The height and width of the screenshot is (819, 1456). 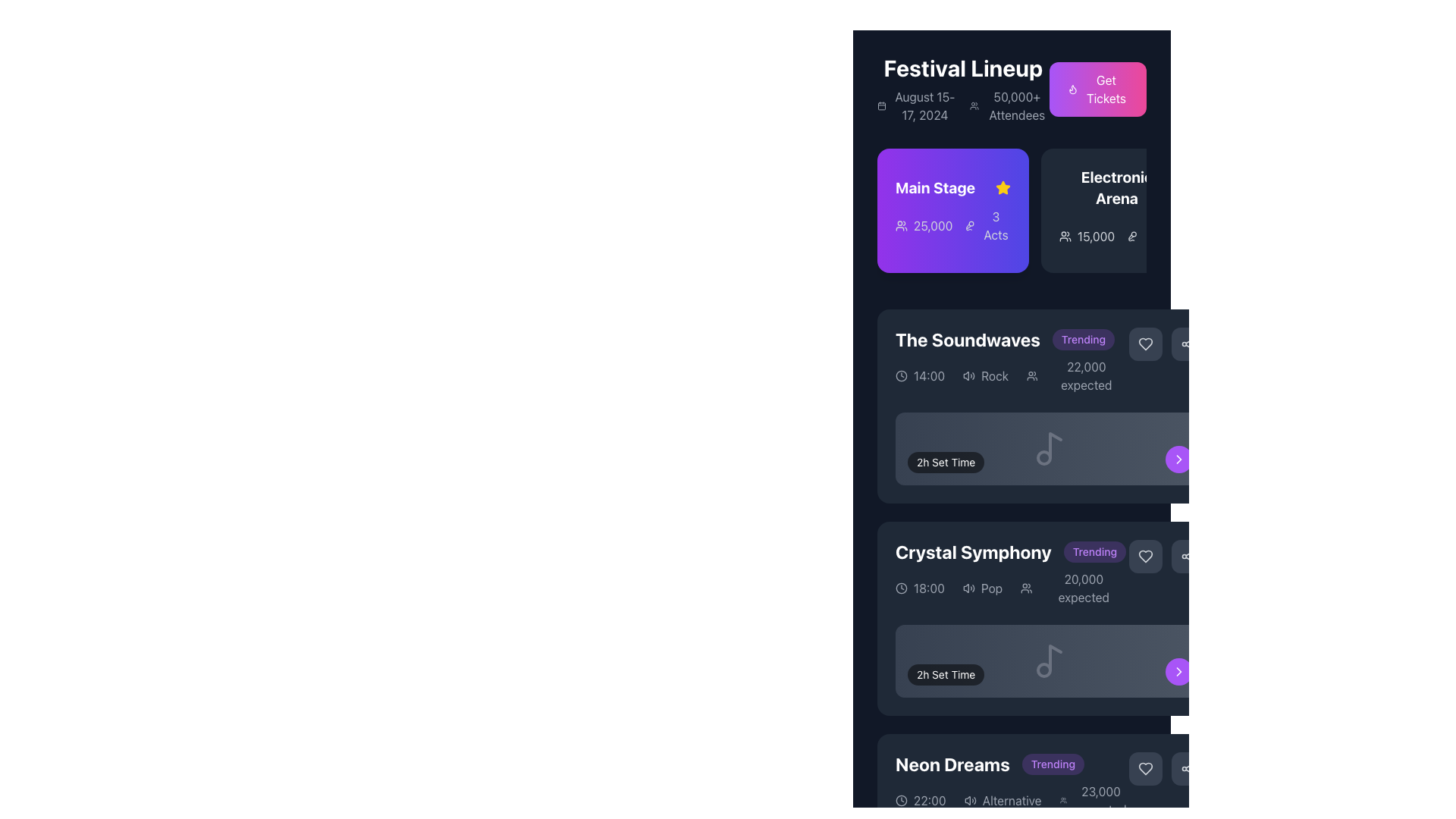 What do you see at coordinates (1003, 800) in the screenshot?
I see `the text label with an accompanying icon that specifies the genre or category of the event, located after '22:00' and before '23,000 expected'` at bounding box center [1003, 800].